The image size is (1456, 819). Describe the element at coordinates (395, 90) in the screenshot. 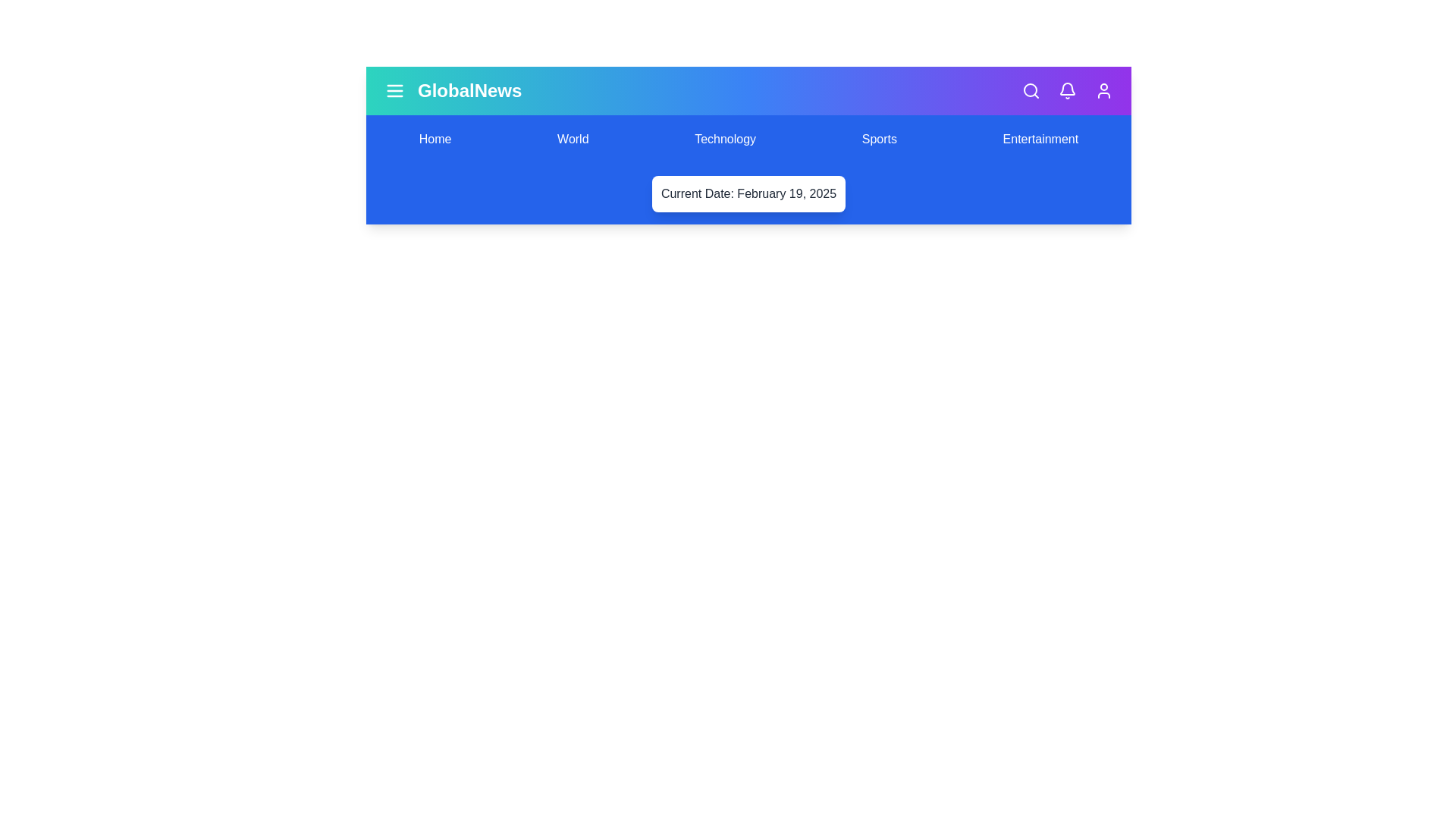

I see `the menu icon to toggle the menu visibility` at that location.